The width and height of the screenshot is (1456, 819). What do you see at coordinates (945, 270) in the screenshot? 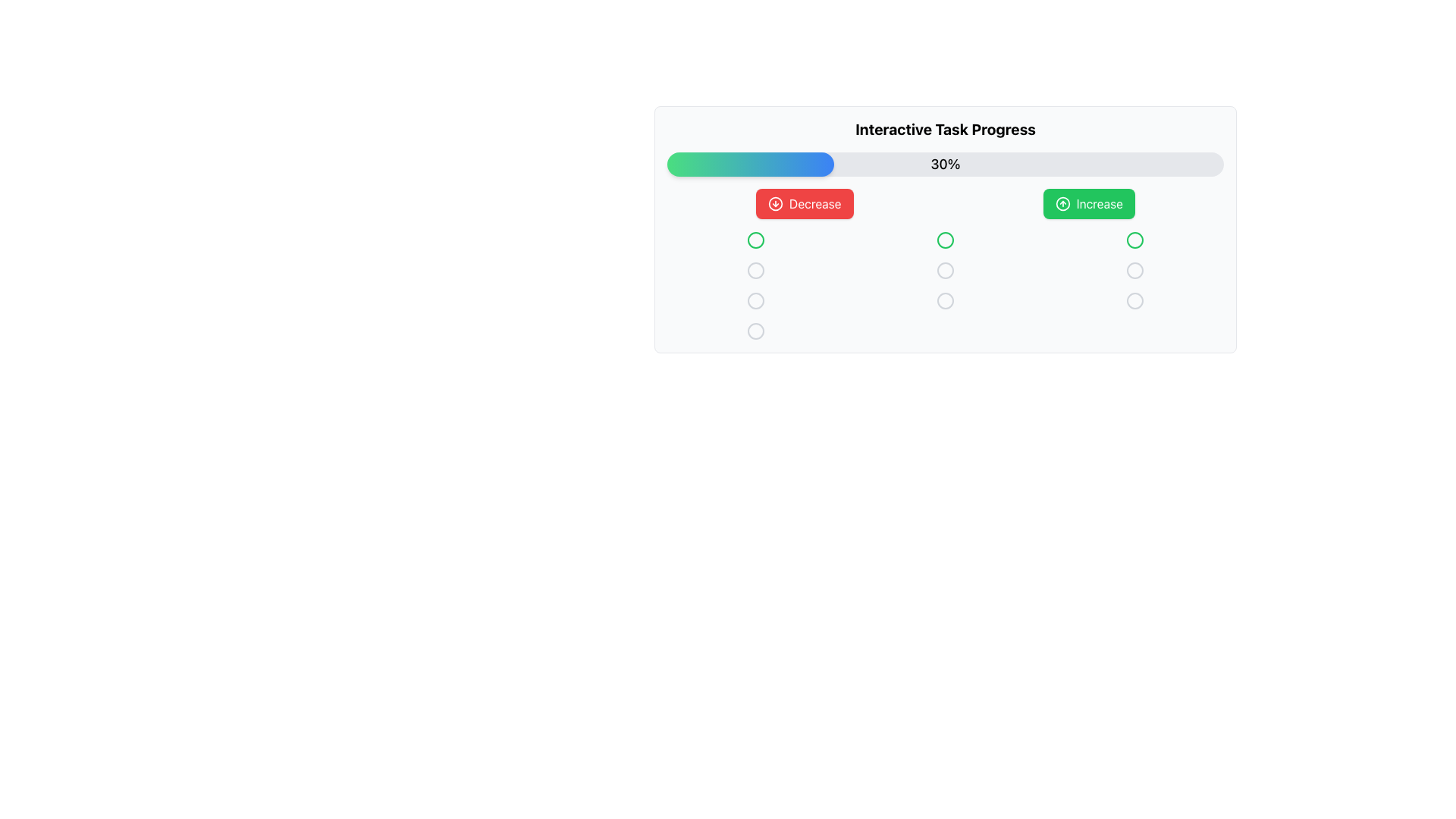
I see `the gray outlined circular icon located in the middle column of the second row of the grid` at bounding box center [945, 270].